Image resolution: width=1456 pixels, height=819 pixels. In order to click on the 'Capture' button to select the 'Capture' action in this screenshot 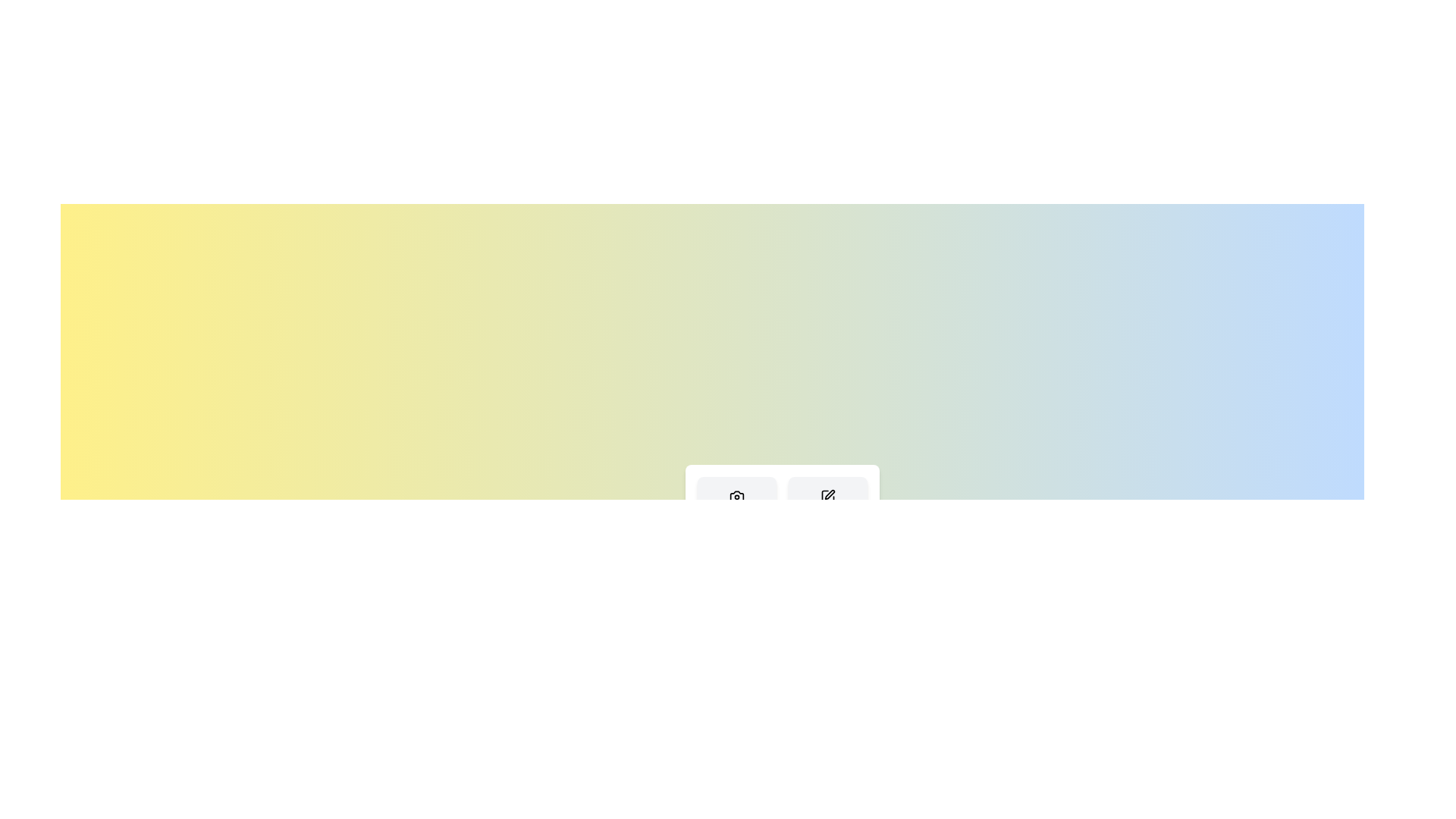, I will do `click(736, 507)`.